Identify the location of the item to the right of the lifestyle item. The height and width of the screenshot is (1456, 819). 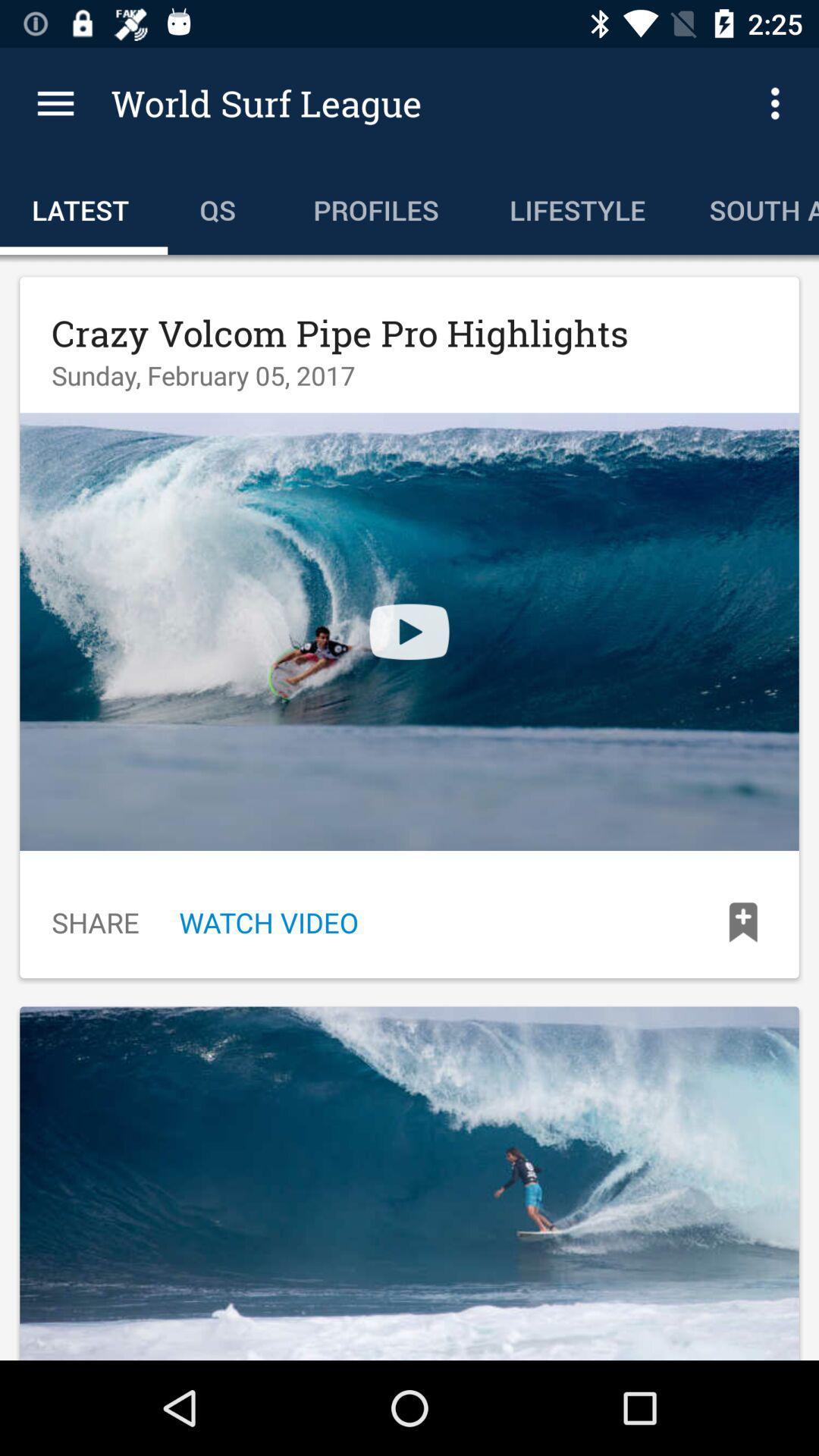
(747, 206).